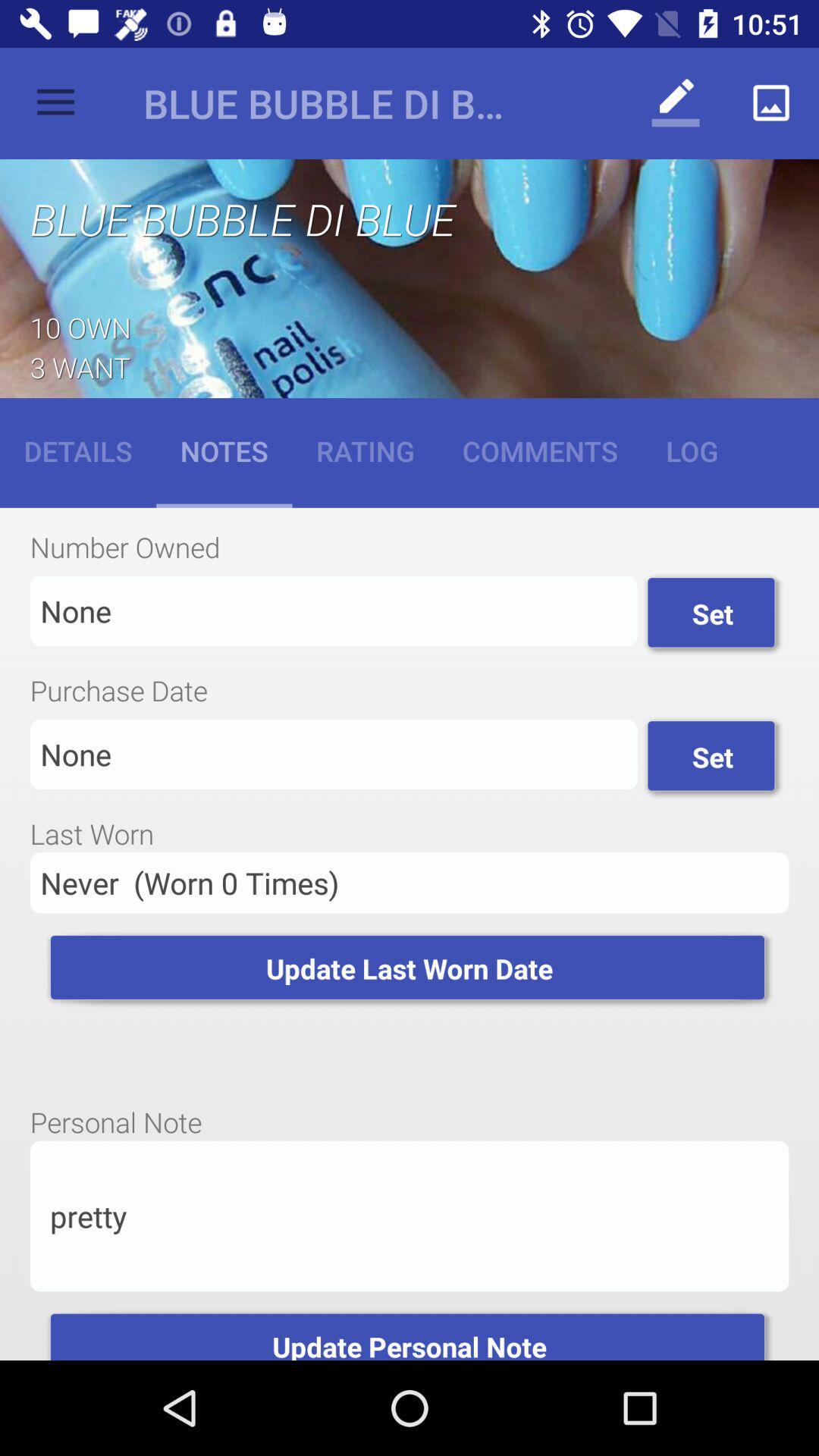 The height and width of the screenshot is (1456, 819). Describe the element at coordinates (365, 450) in the screenshot. I see `rating item` at that location.